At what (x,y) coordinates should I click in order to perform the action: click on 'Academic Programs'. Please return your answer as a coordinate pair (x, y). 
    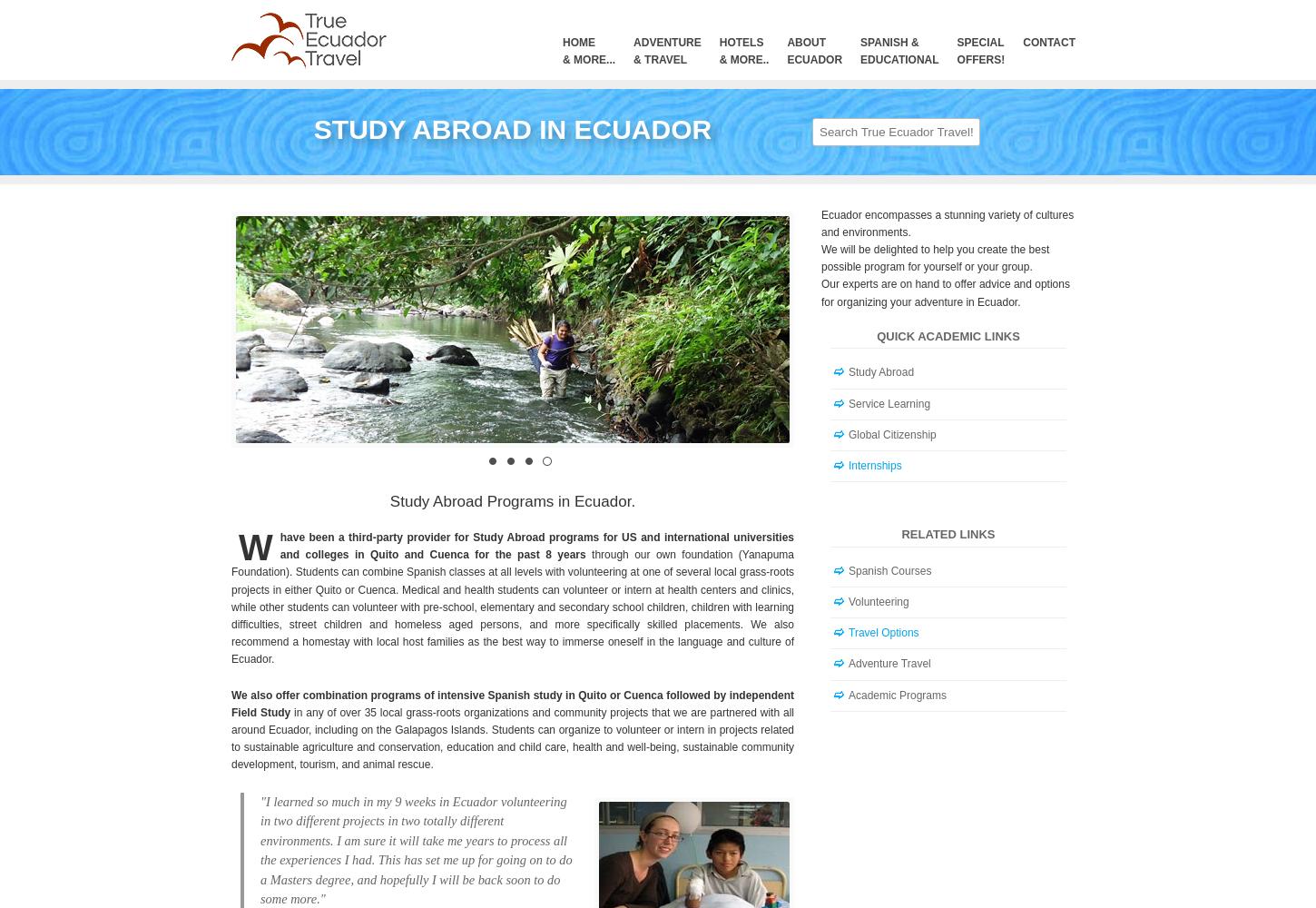
    Looking at the image, I should click on (898, 695).